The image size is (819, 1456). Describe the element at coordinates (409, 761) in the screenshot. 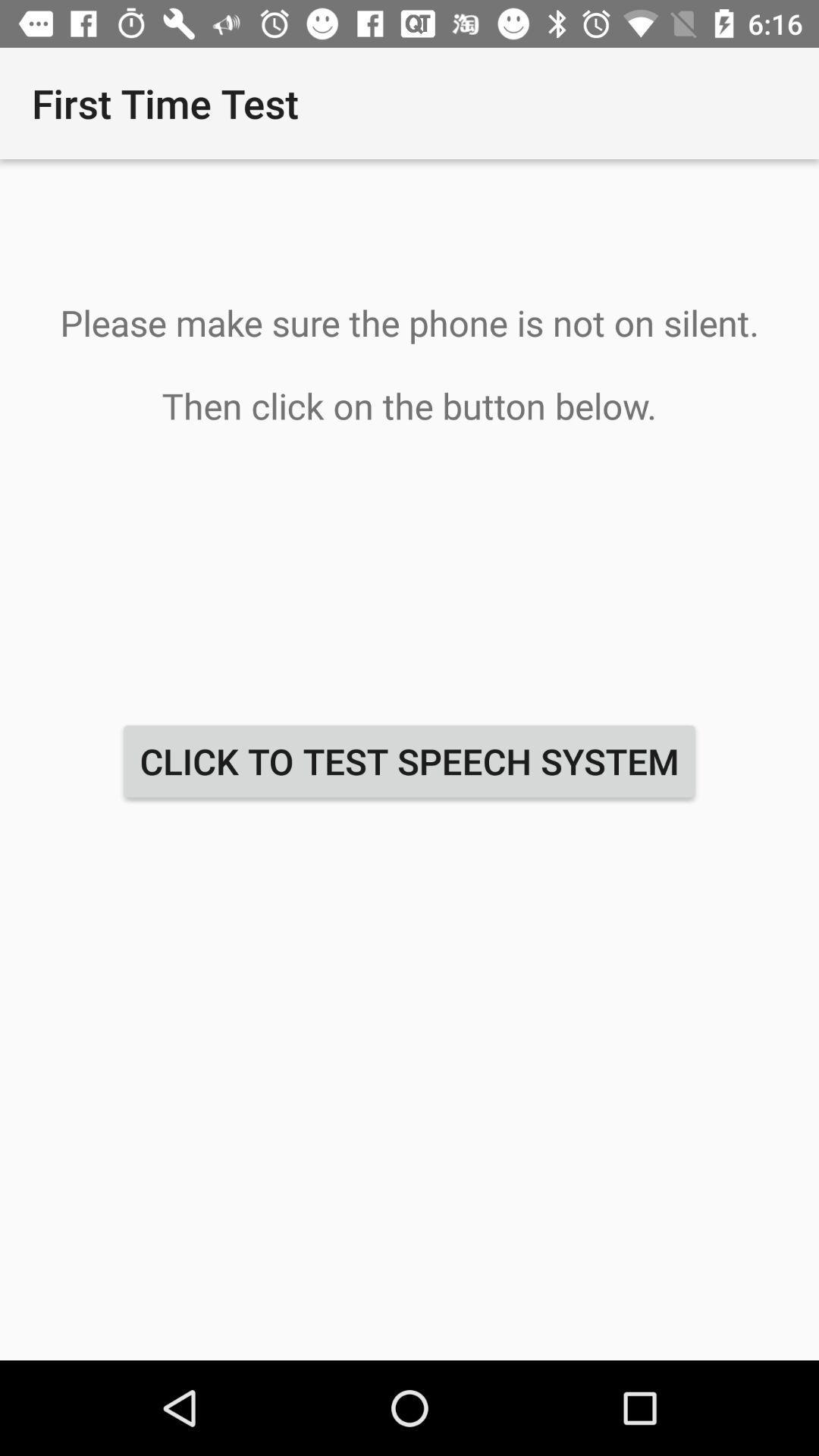

I see `the click to test` at that location.